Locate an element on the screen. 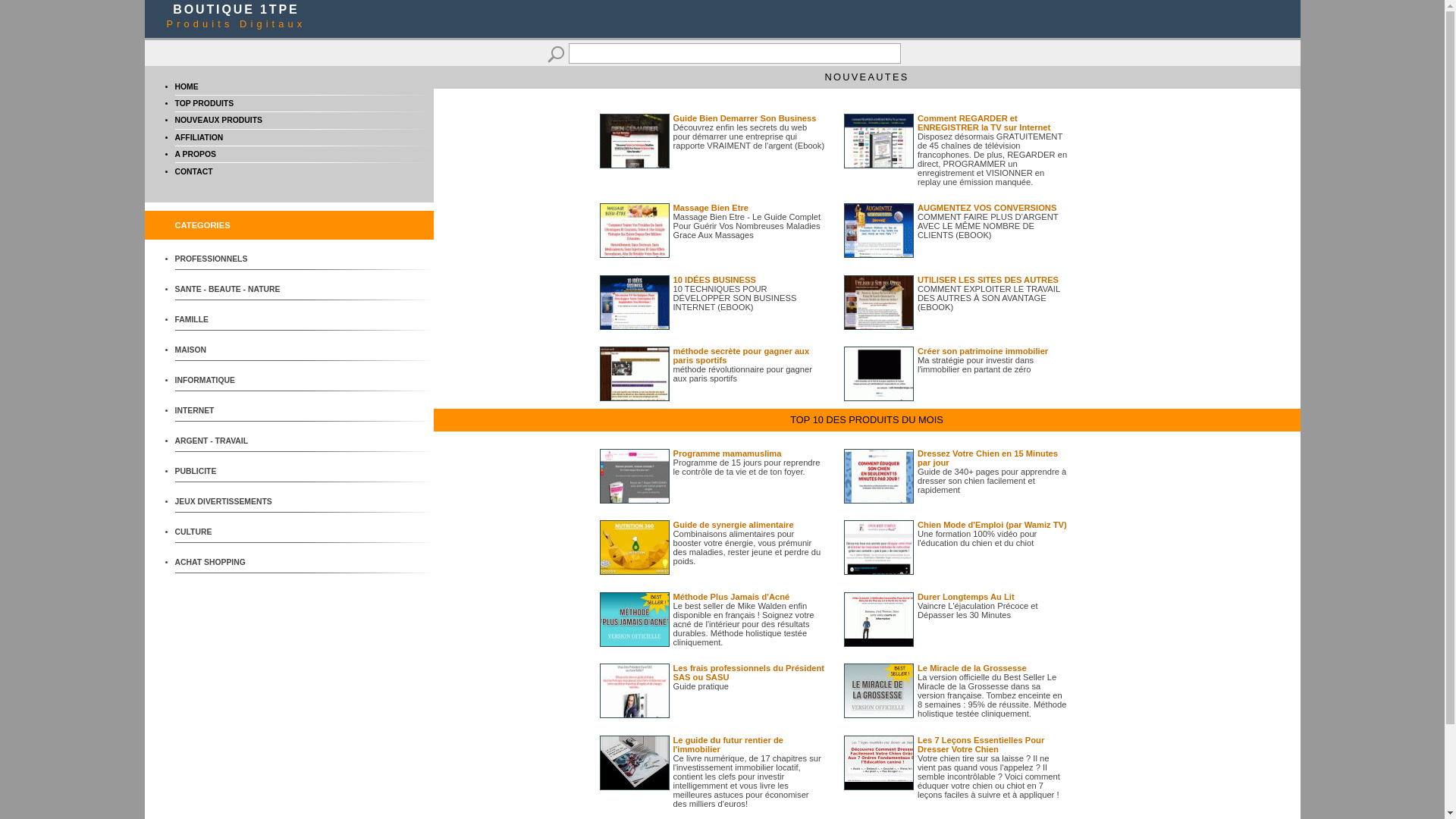 This screenshot has height=819, width=1456. 'Guide de synergie alimentaire' is located at coordinates (733, 523).